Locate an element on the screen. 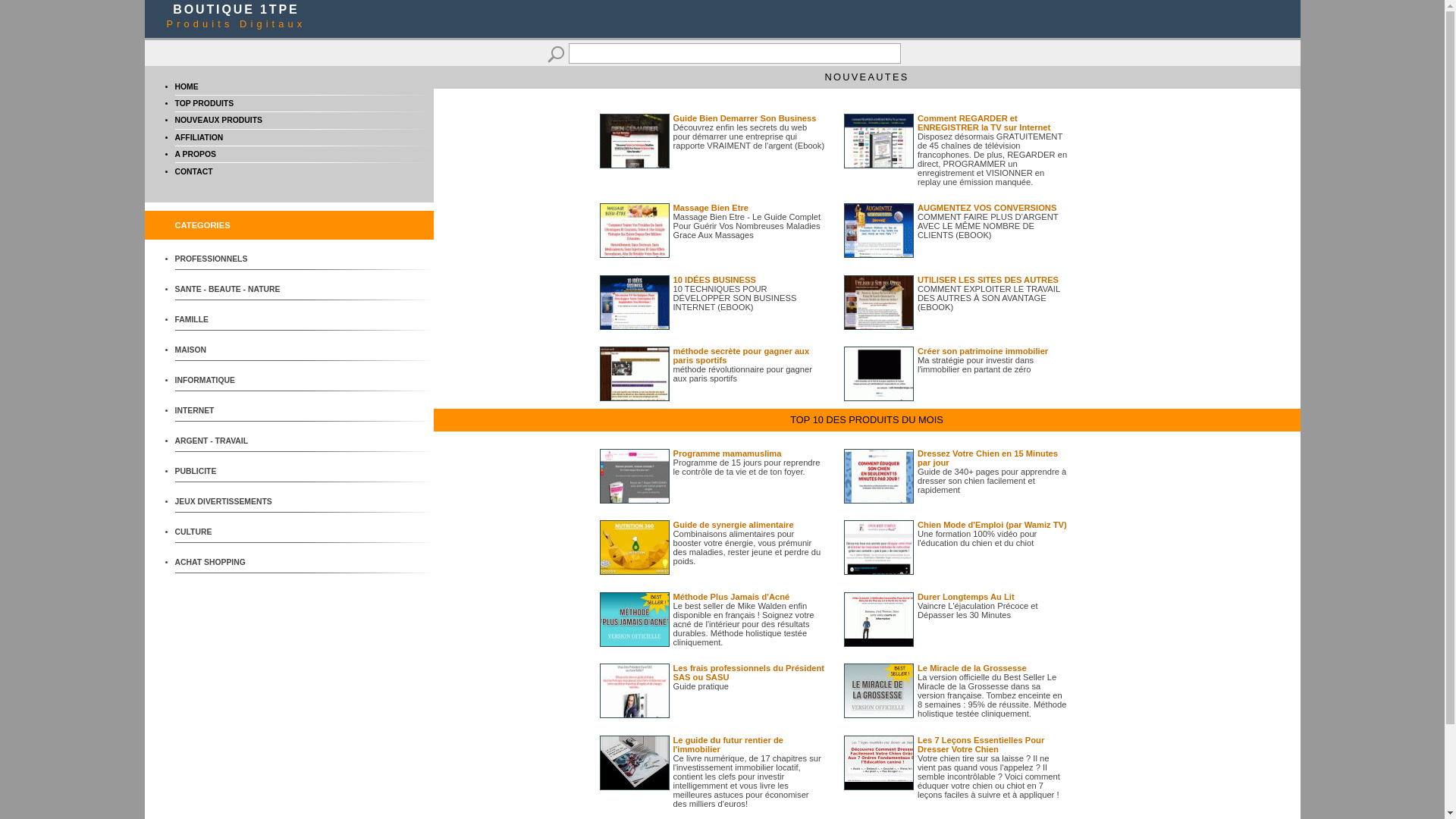 This screenshot has height=819, width=1456. 'Guide de synergie alimentaire' is located at coordinates (733, 523).